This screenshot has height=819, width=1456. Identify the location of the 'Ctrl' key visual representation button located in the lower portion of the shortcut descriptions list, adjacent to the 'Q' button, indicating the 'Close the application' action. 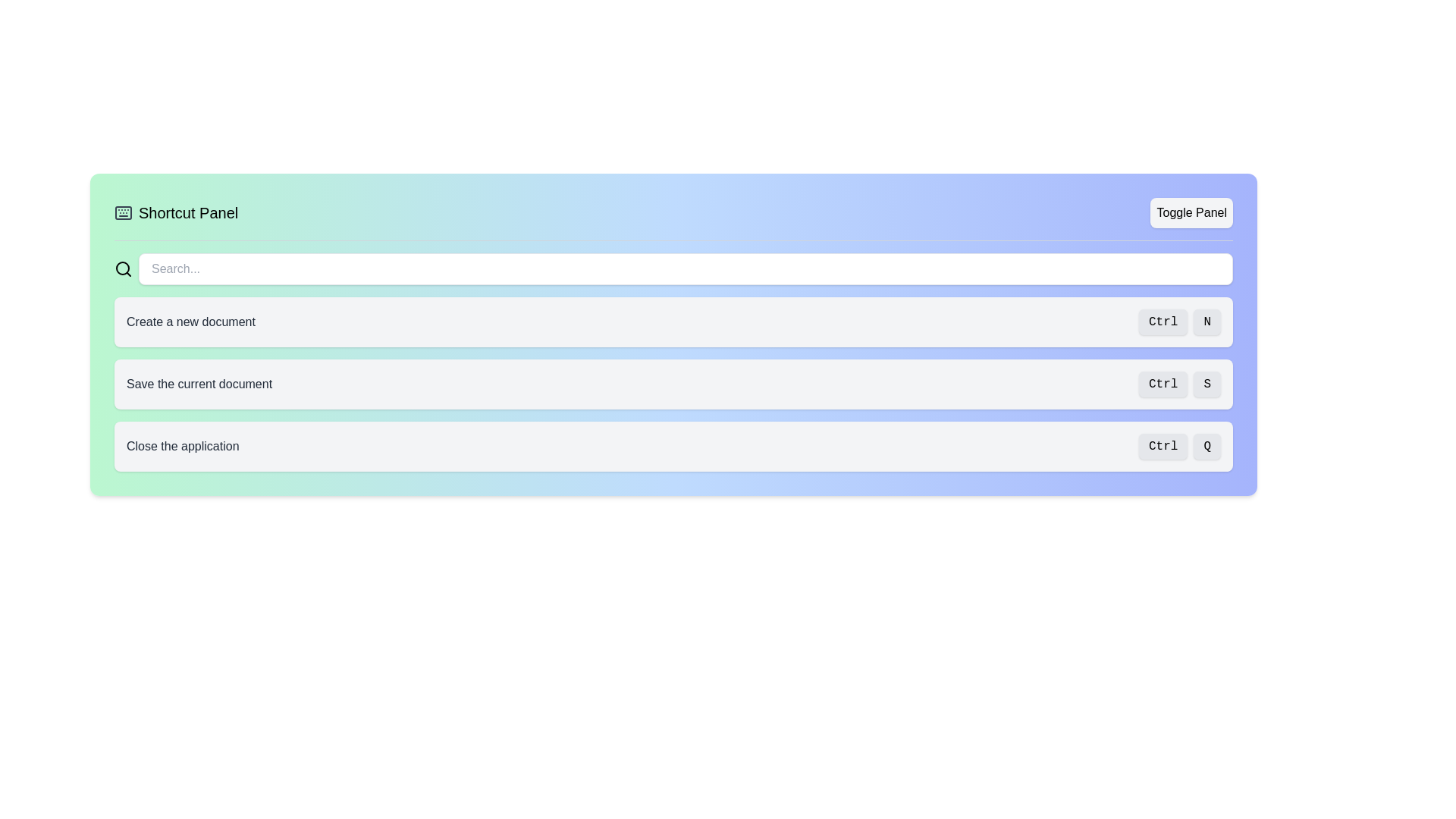
(1163, 446).